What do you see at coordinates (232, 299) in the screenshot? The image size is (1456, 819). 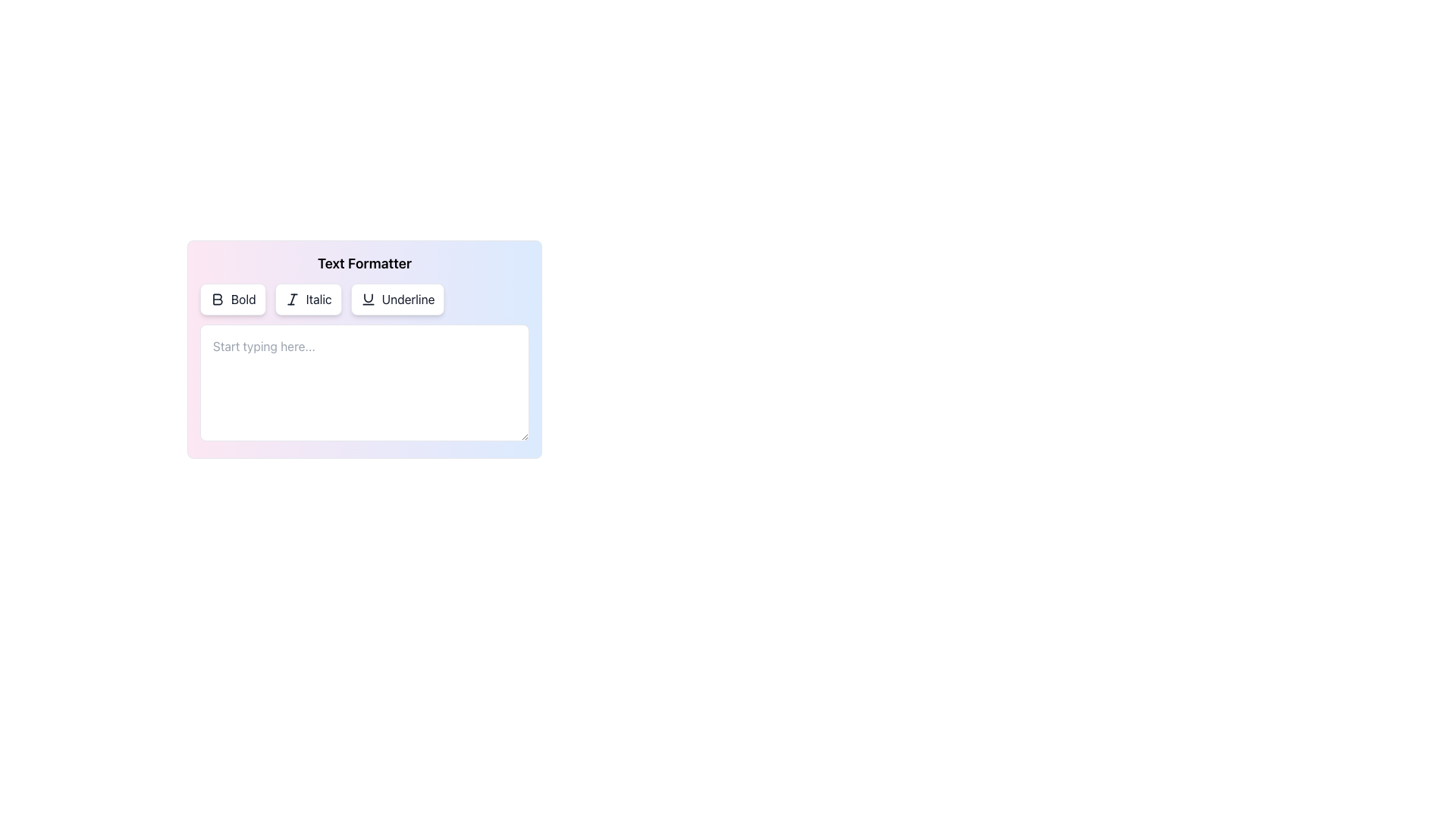 I see `the 'Bold' button located on the left side of the text formatting section` at bounding box center [232, 299].